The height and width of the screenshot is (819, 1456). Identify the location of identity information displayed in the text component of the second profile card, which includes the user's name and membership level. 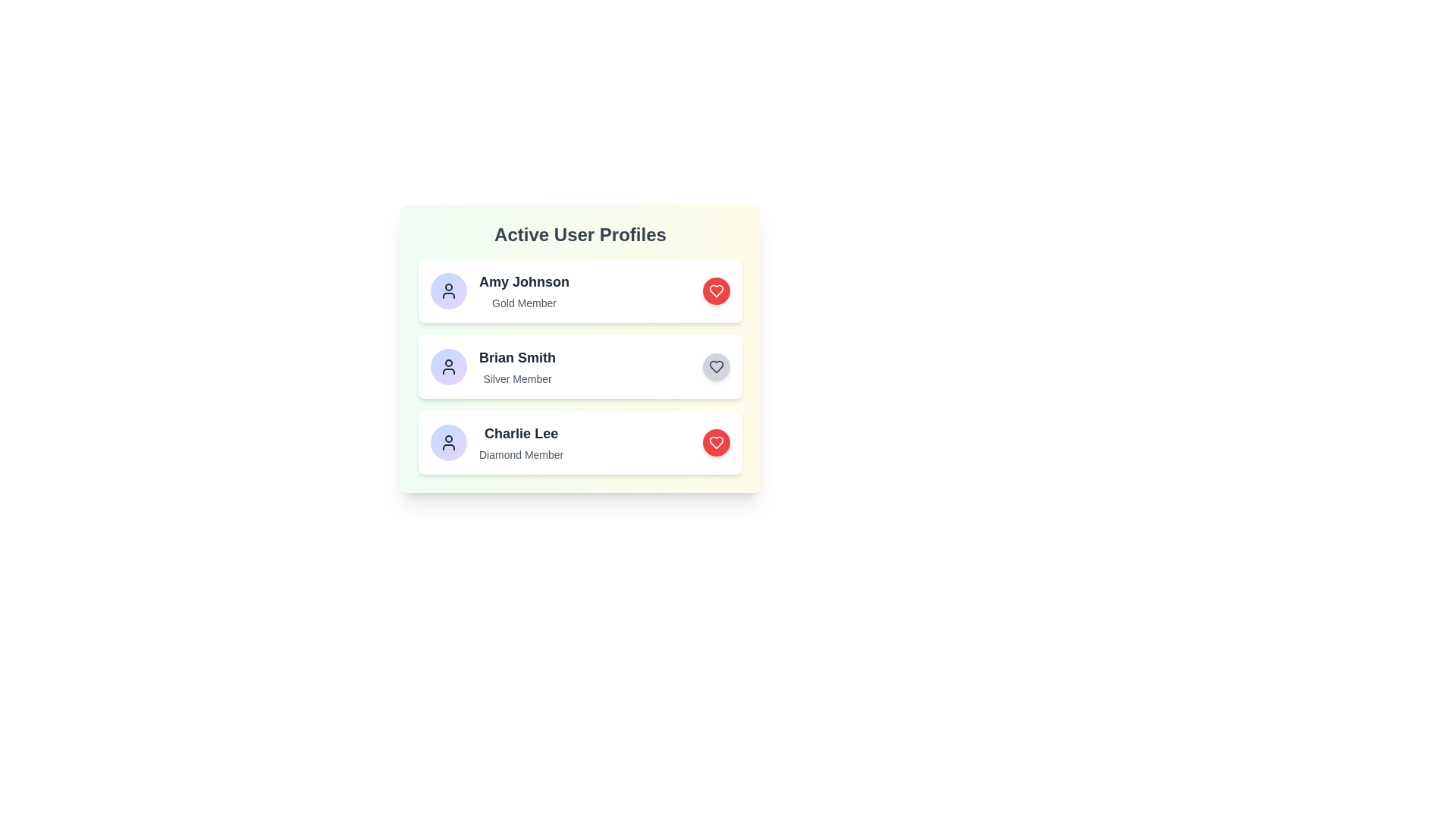
(517, 366).